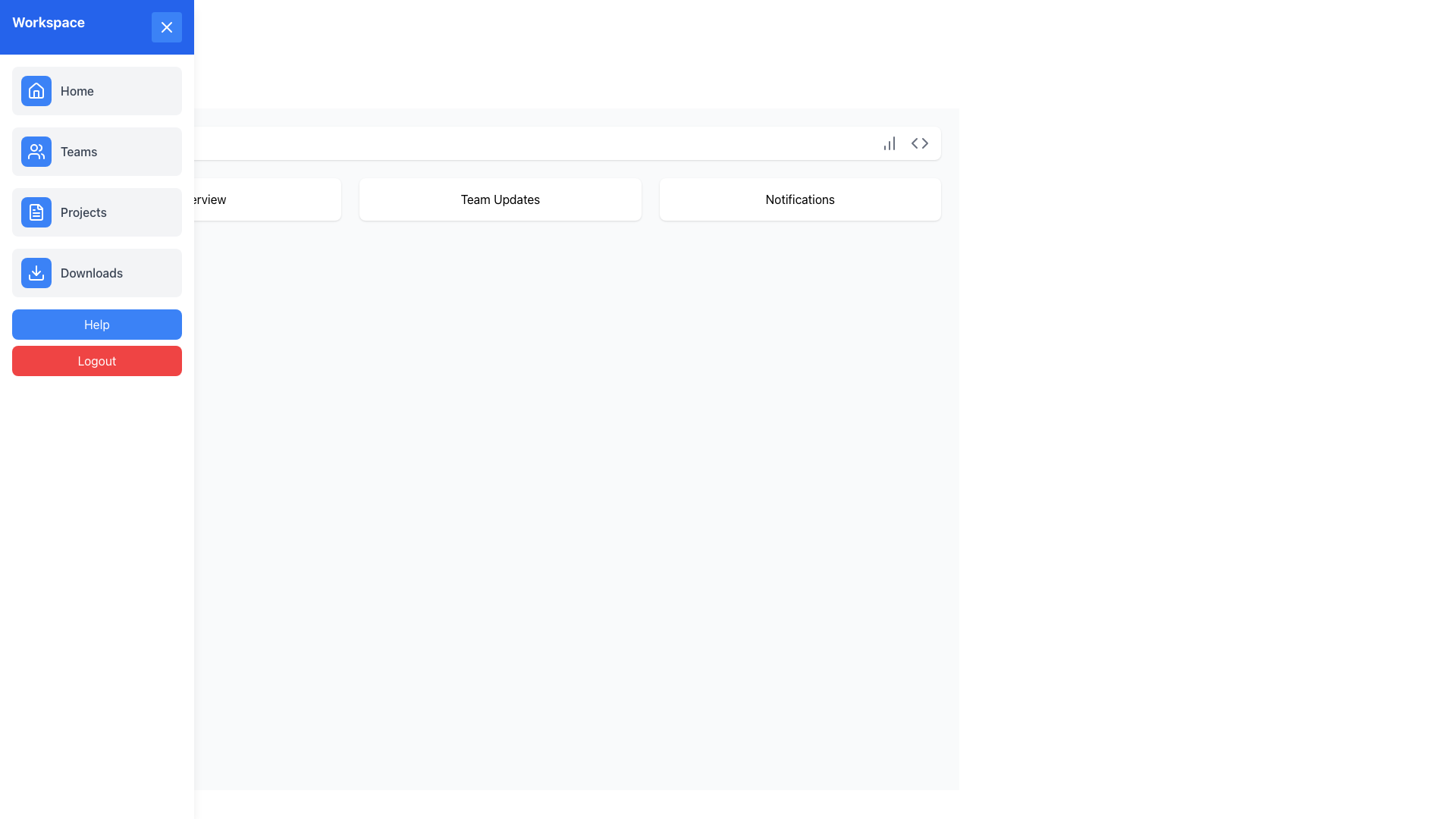 The height and width of the screenshot is (819, 1456). I want to click on the 'Home' navigation icon located at the top of the sidebar menu, so click(36, 90).